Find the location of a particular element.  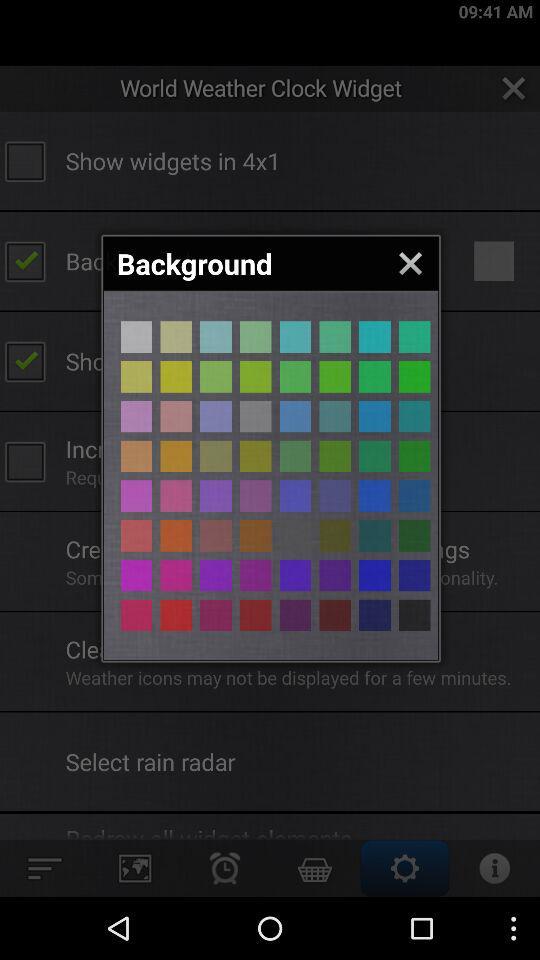

change background color is located at coordinates (255, 575).